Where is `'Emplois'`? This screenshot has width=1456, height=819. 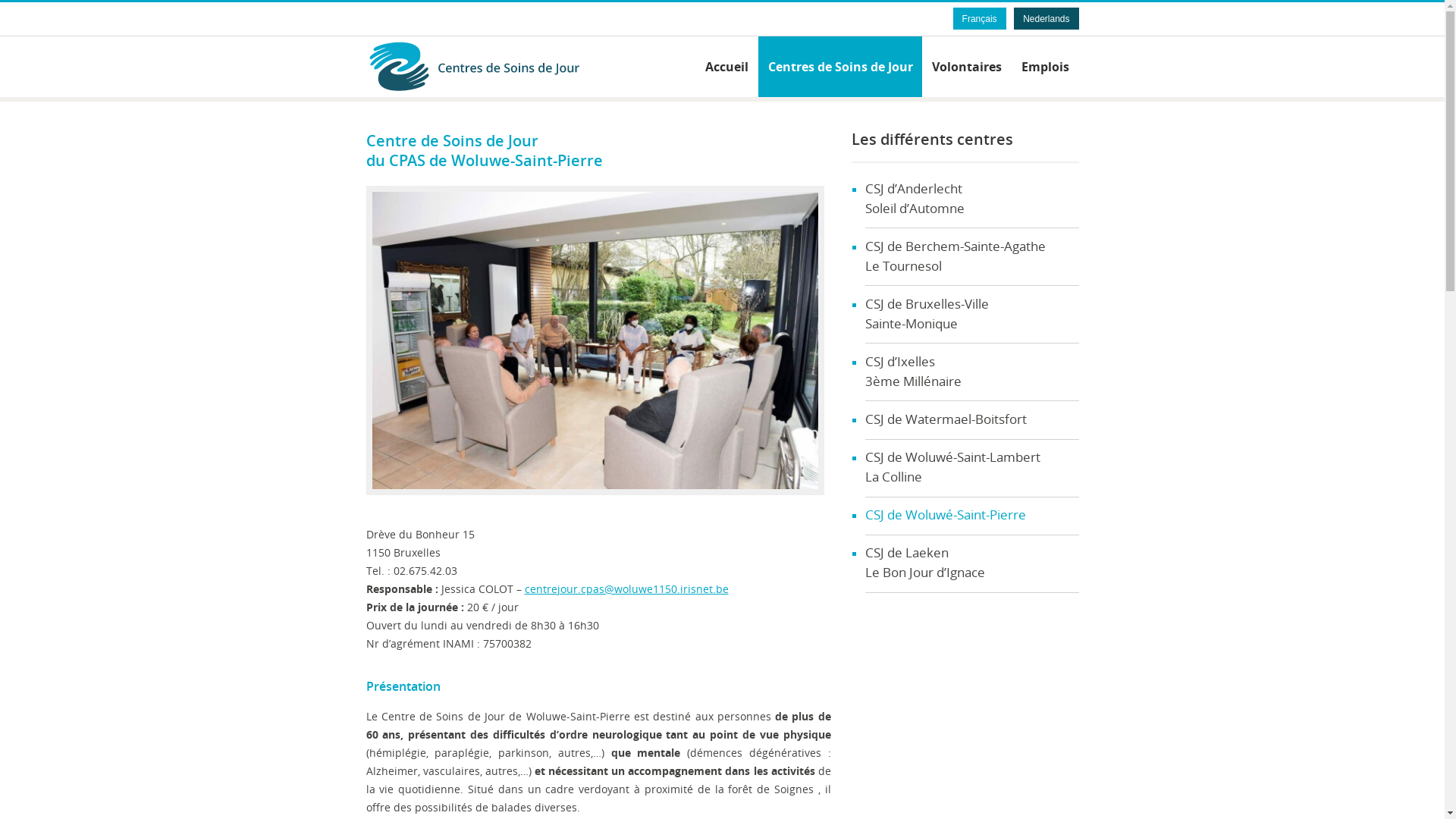 'Emplois' is located at coordinates (1044, 66).